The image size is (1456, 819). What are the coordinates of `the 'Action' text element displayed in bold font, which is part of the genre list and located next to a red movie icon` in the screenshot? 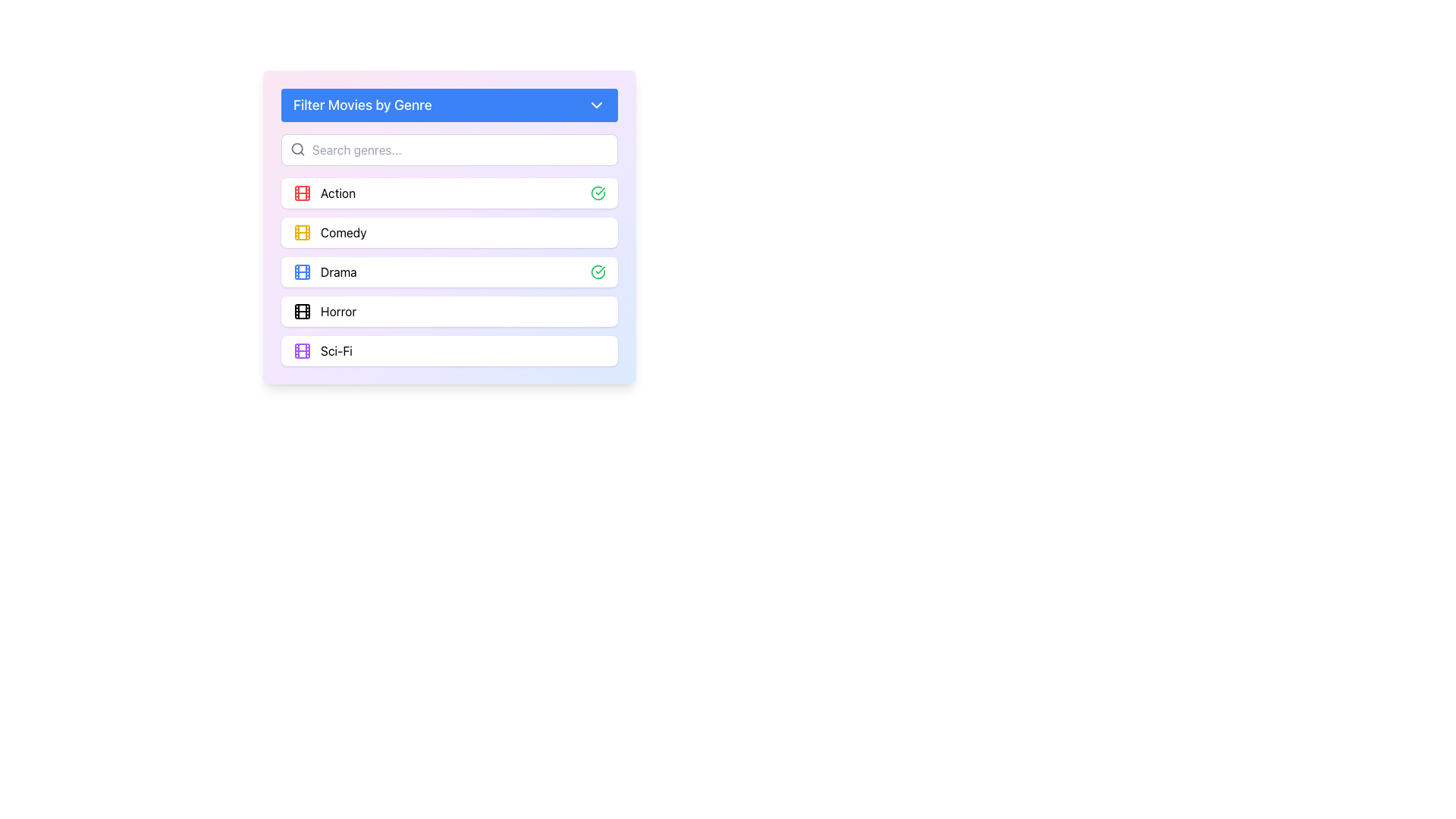 It's located at (337, 192).